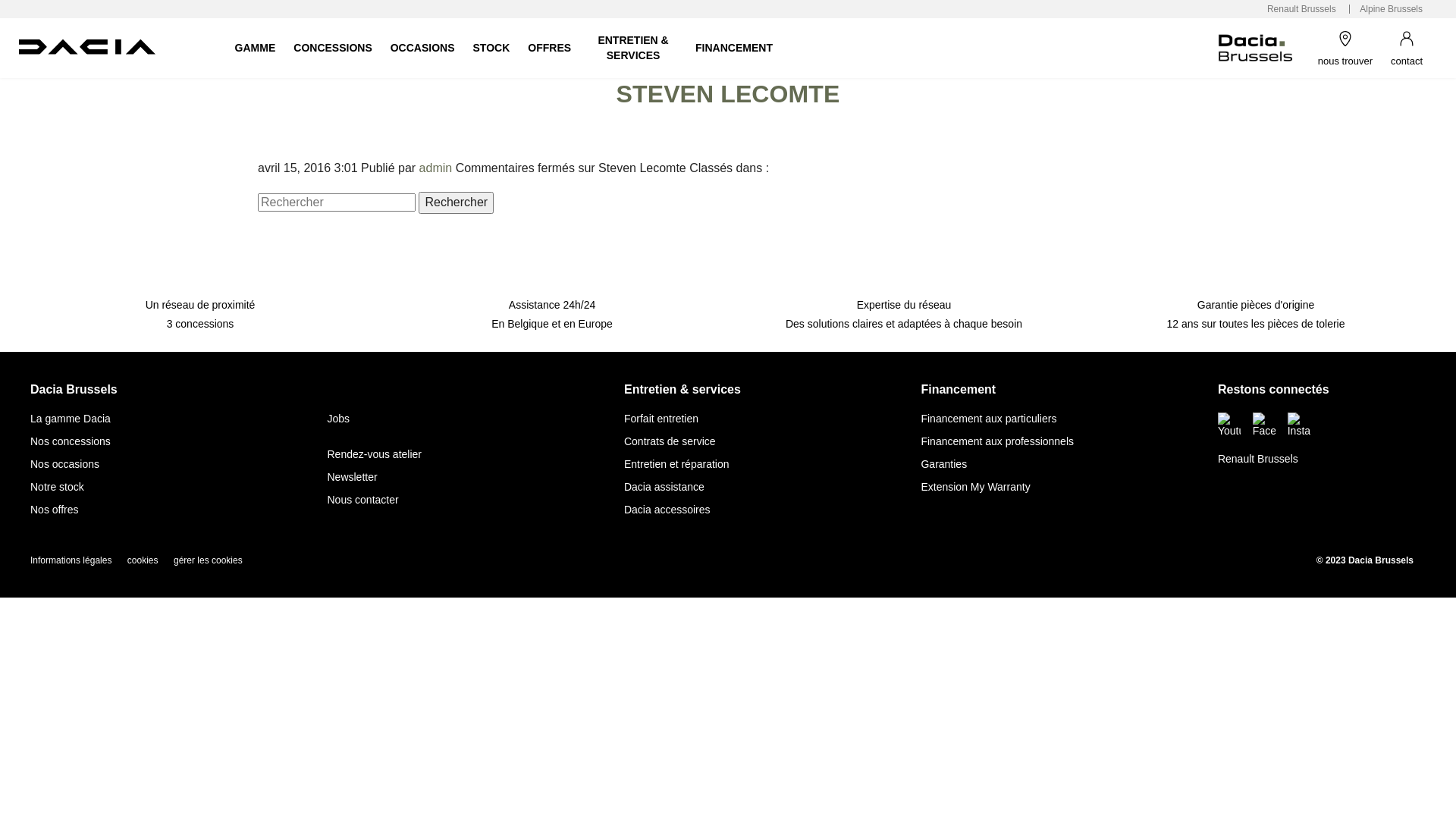 The image size is (1456, 819). What do you see at coordinates (331, 46) in the screenshot?
I see `'CONCESSIONS'` at bounding box center [331, 46].